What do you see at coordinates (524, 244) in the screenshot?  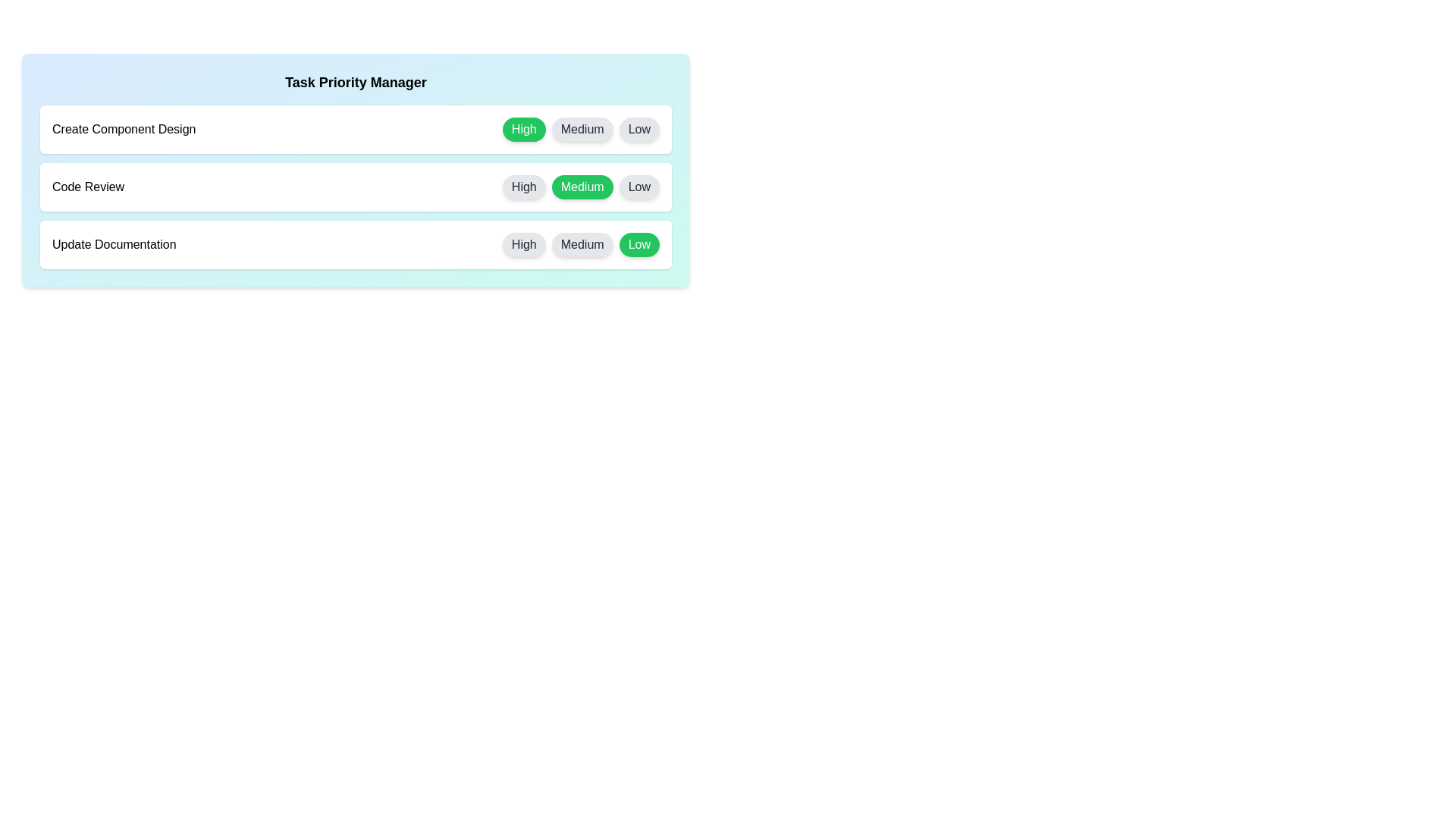 I see `the High button for the task 'Update Documentation' to set its priority` at bounding box center [524, 244].